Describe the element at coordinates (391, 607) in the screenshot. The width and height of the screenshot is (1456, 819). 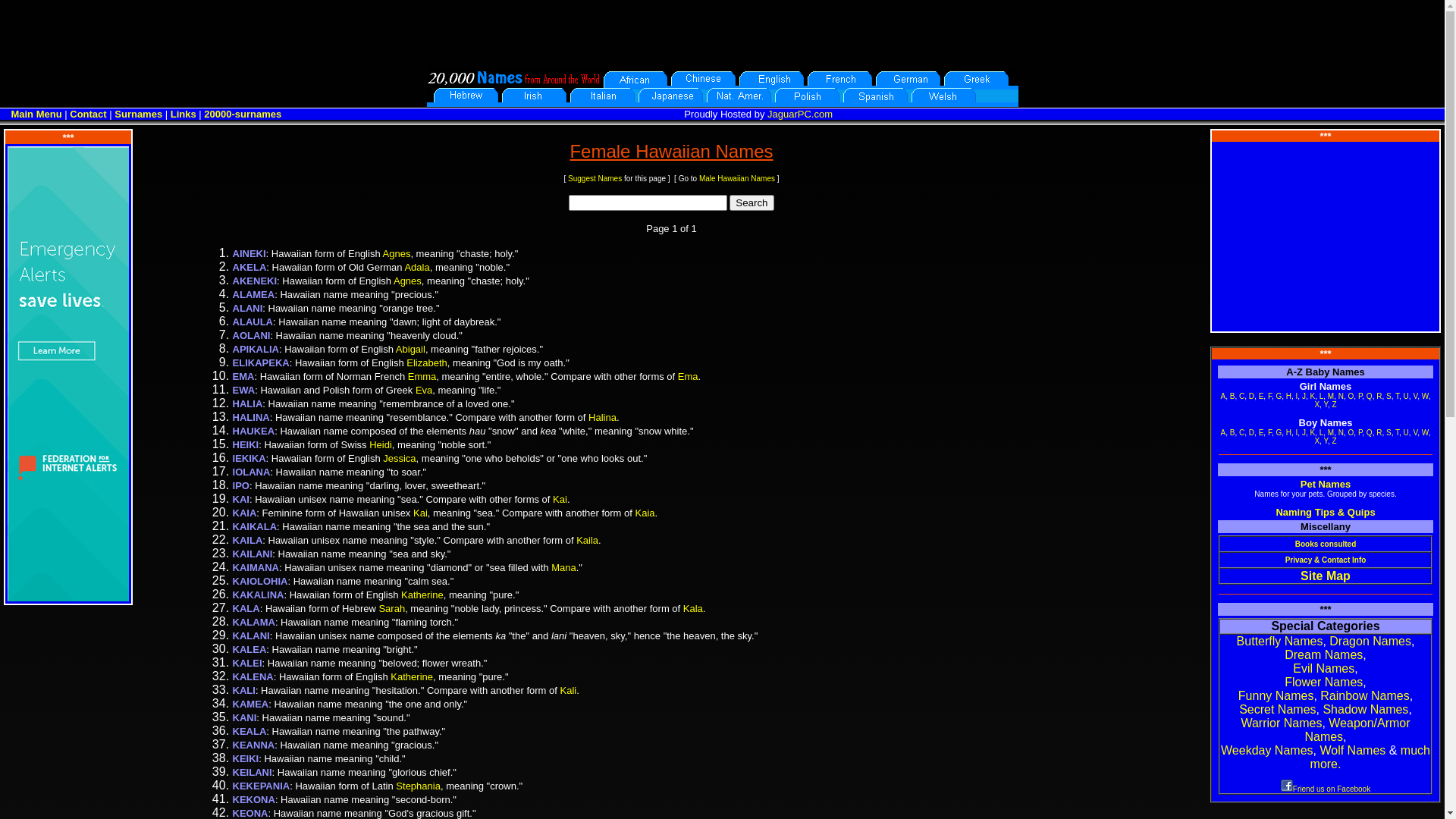
I see `'Sarah'` at that location.